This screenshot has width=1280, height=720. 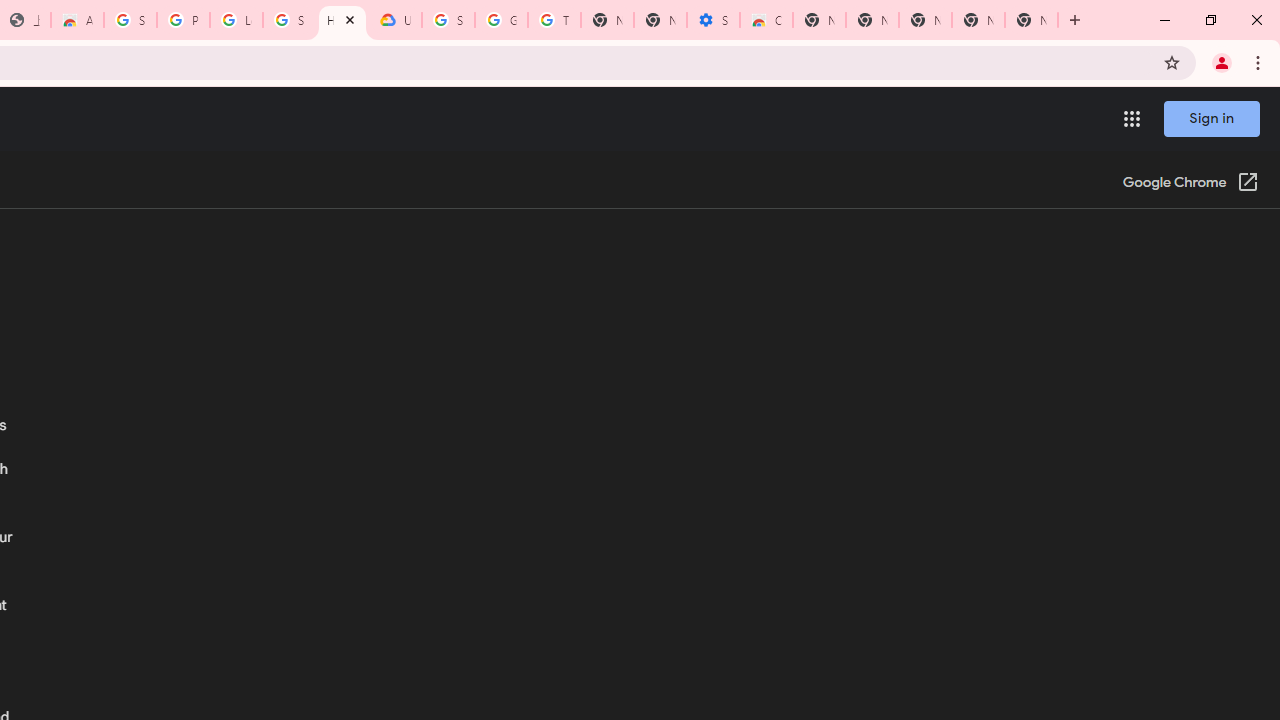 I want to click on 'Awesome Screen Recorder & Screenshot - Chrome Web Store', so click(x=77, y=20).